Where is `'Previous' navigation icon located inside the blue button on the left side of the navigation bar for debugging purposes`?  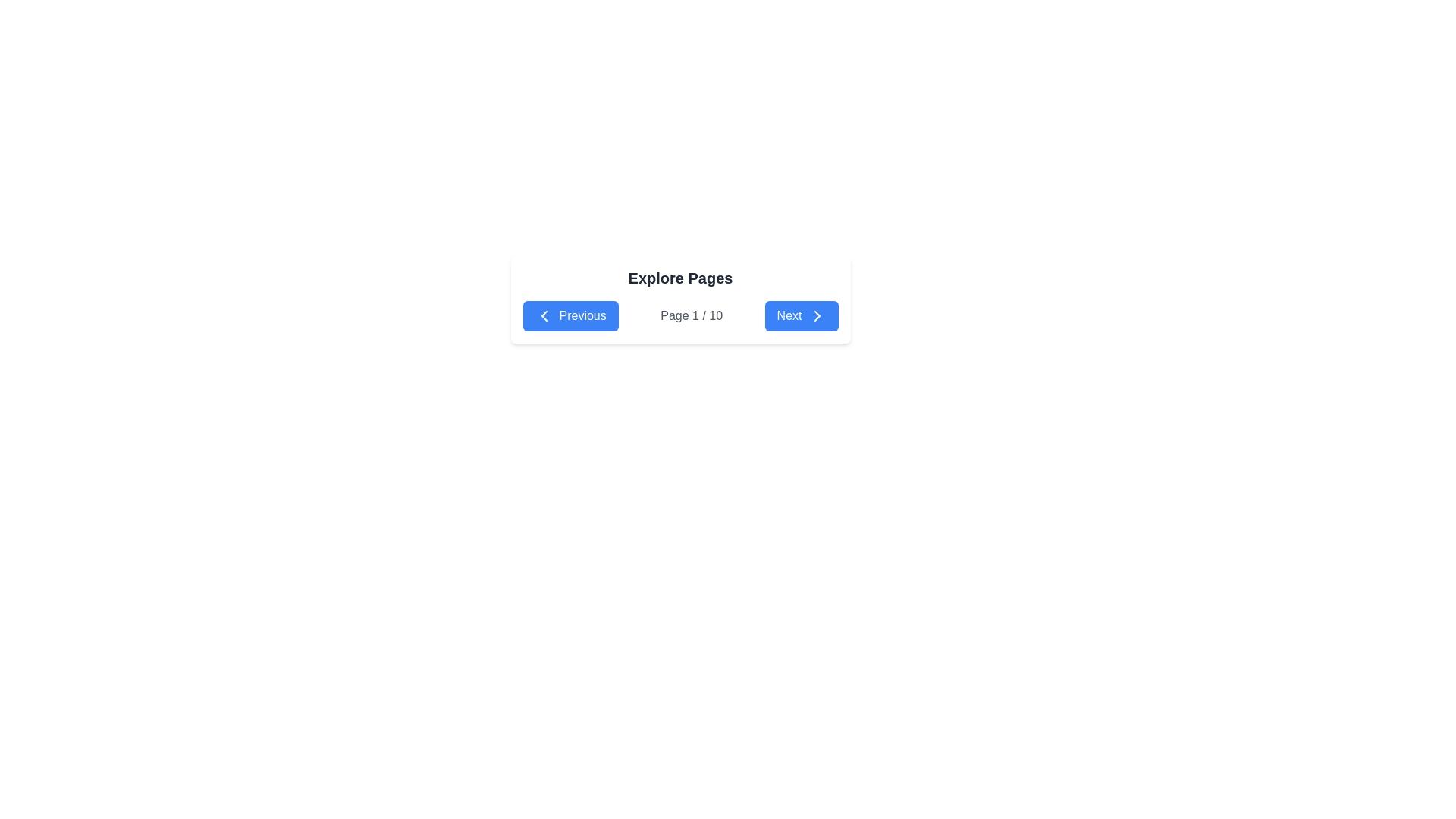 'Previous' navigation icon located inside the blue button on the left side of the navigation bar for debugging purposes is located at coordinates (544, 315).